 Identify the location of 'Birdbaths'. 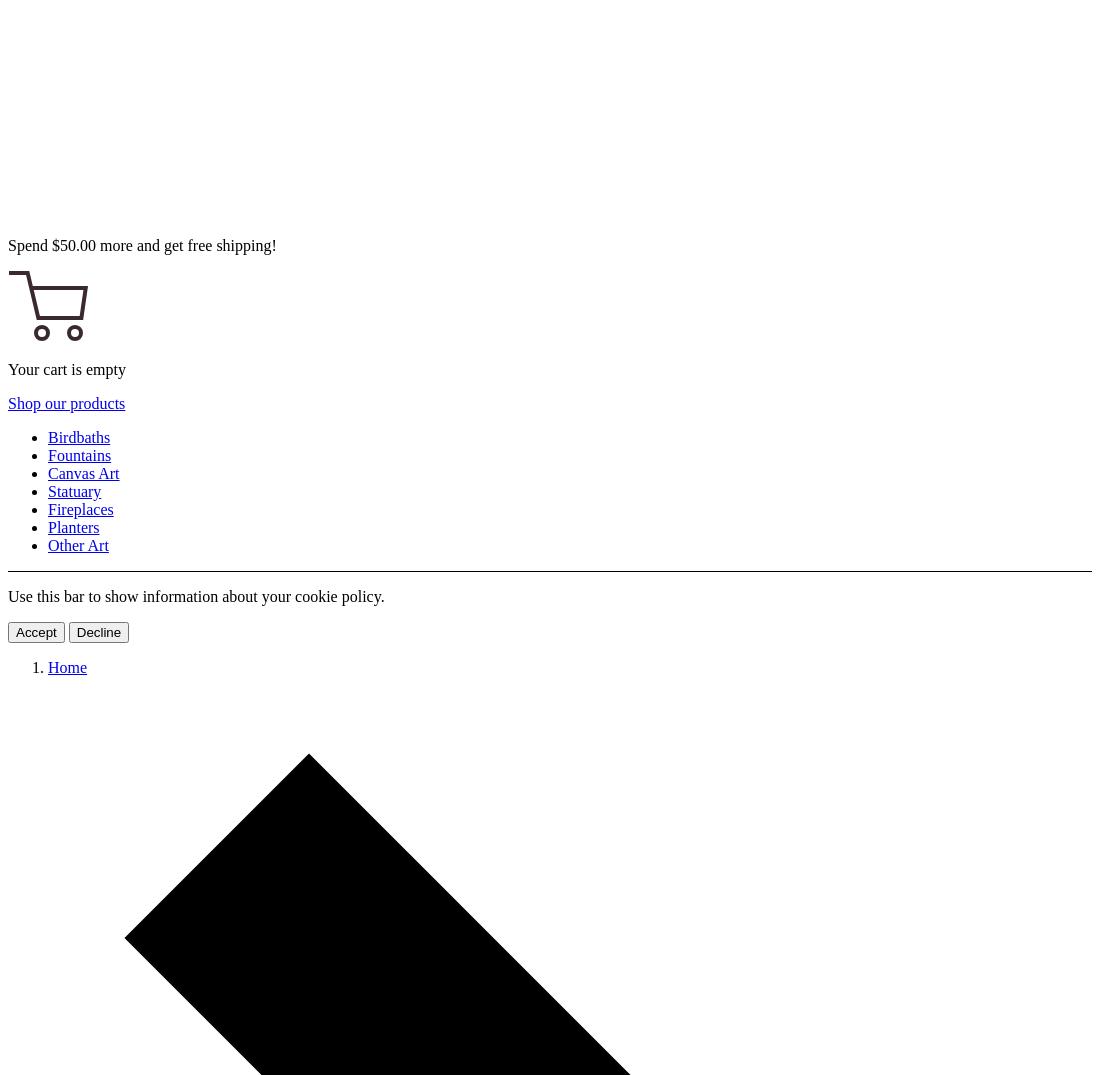
(78, 436).